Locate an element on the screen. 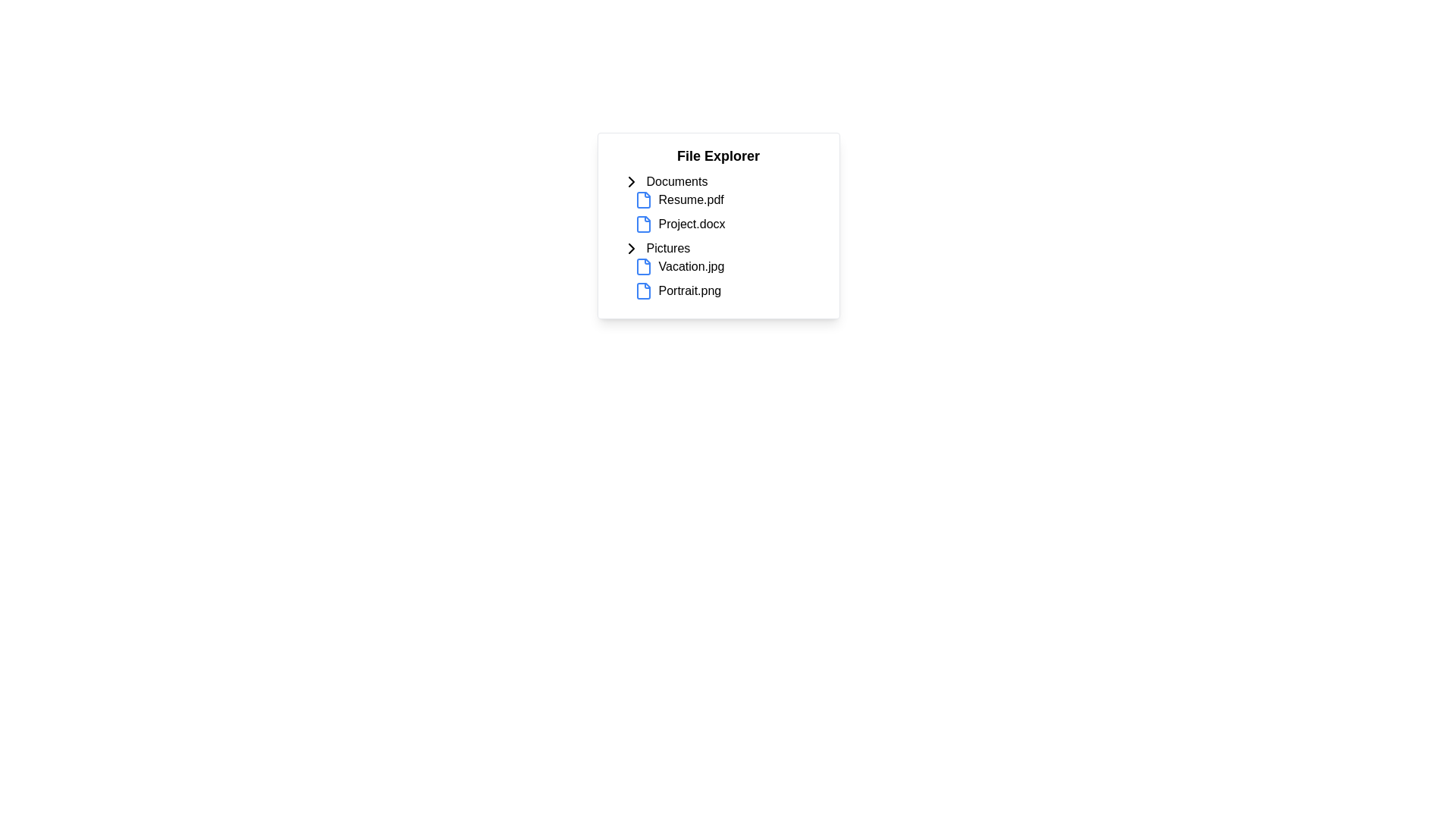 This screenshot has height=819, width=1456. the main body of the file icon that resembles a document, located in the 'Documents' section beside 'Project.docx' is located at coordinates (643, 224).